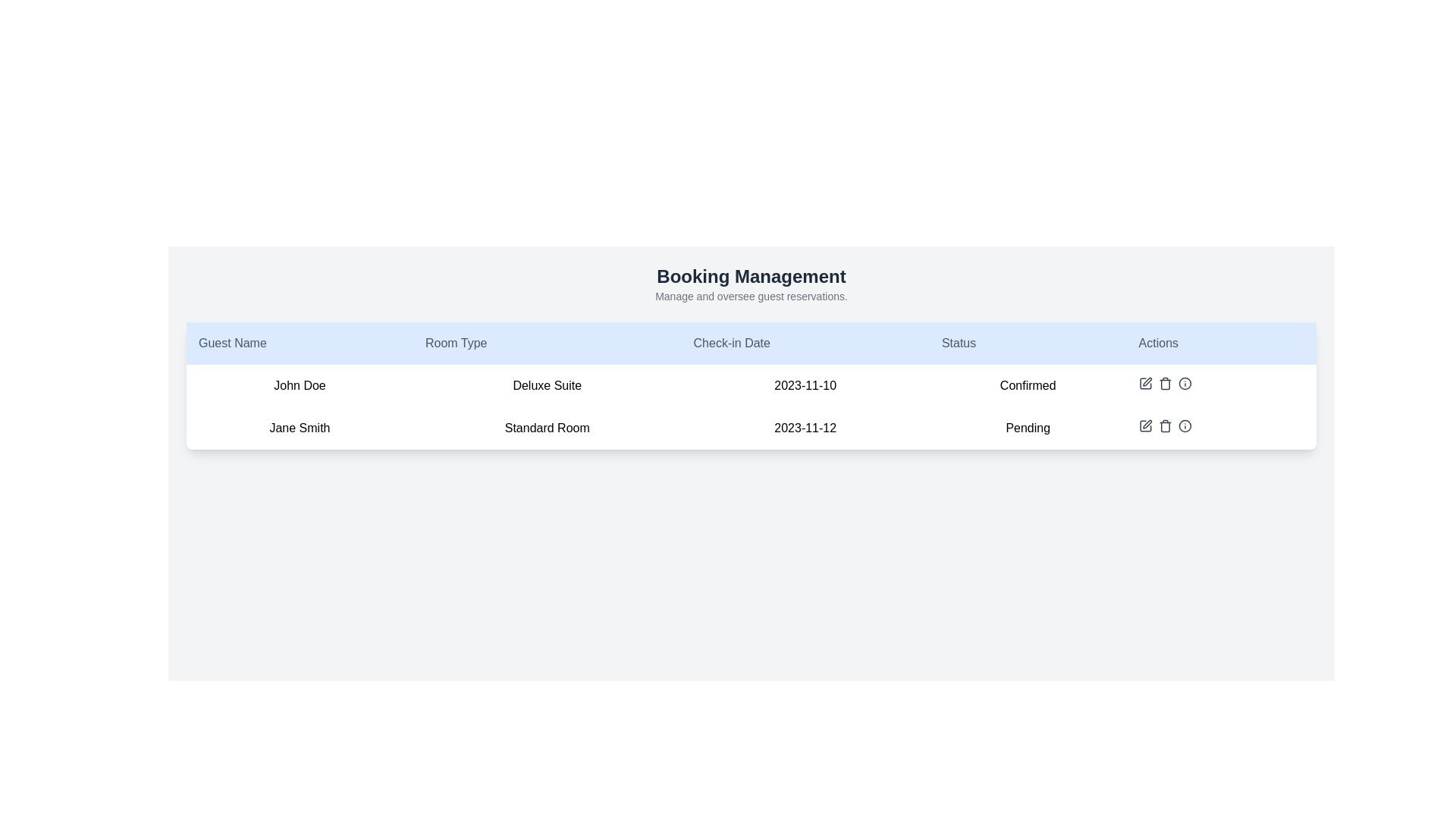 Image resolution: width=1456 pixels, height=819 pixels. What do you see at coordinates (1145, 426) in the screenshot?
I see `the editing icon located in the 'Actions' column of the second row in the table` at bounding box center [1145, 426].